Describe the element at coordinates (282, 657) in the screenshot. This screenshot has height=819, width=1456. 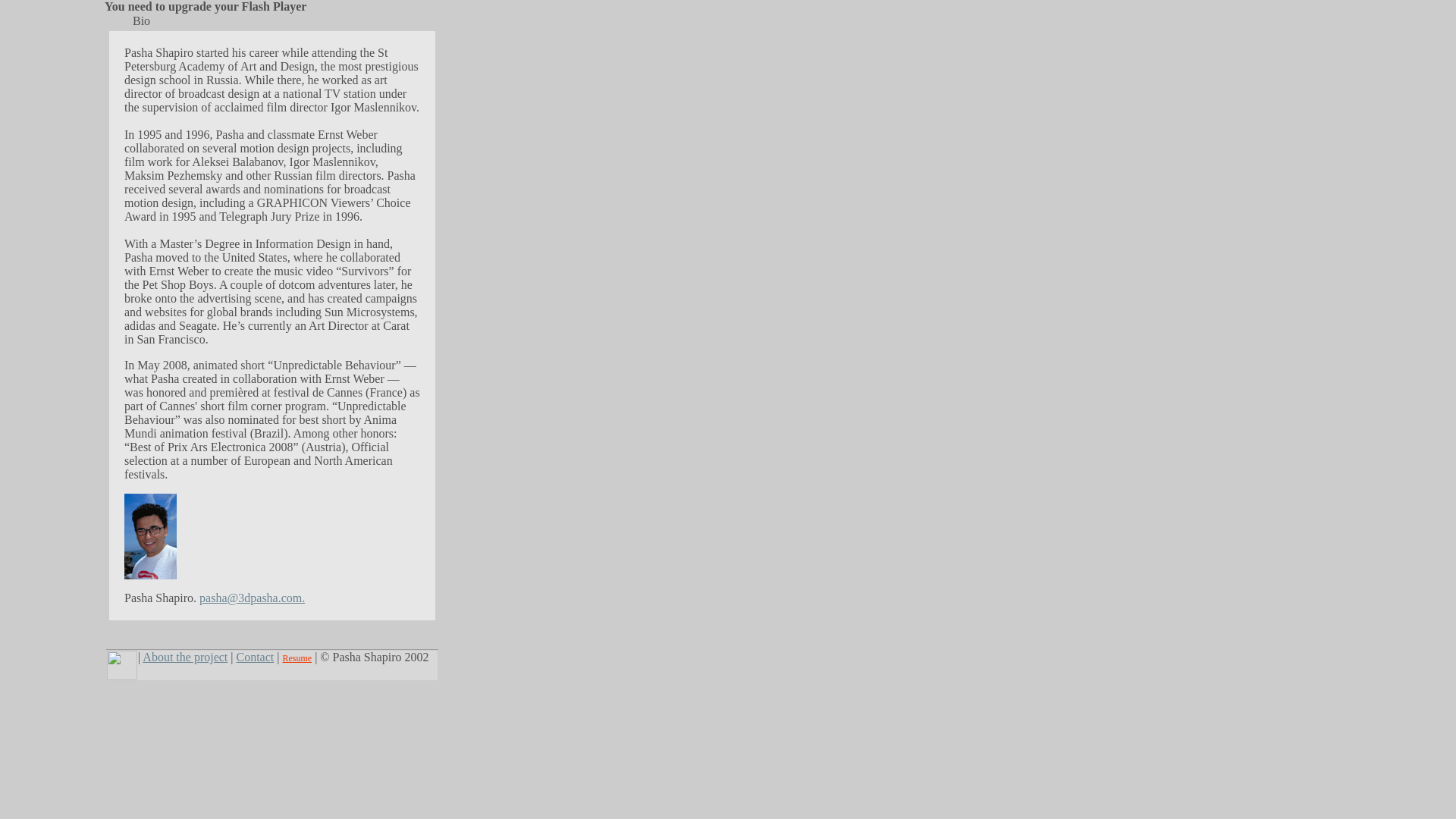
I see `'Resume'` at that location.